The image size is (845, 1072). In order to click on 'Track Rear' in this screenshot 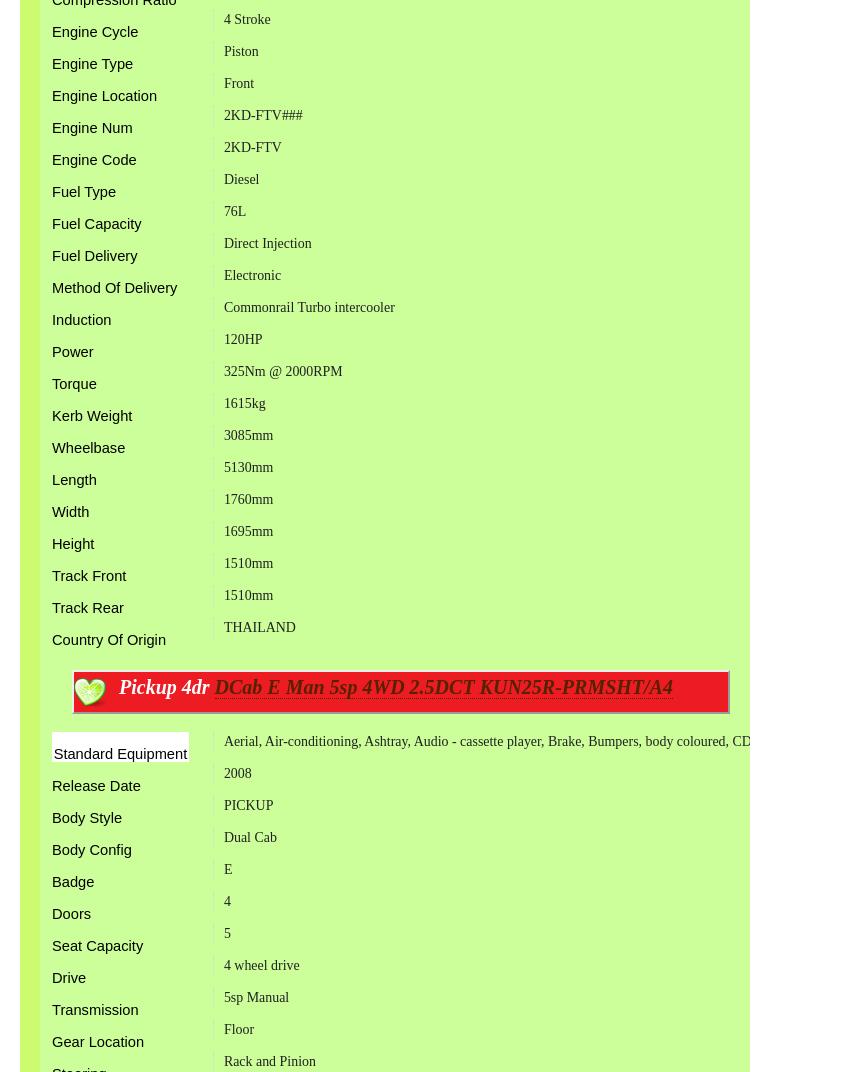, I will do `click(87, 606)`.